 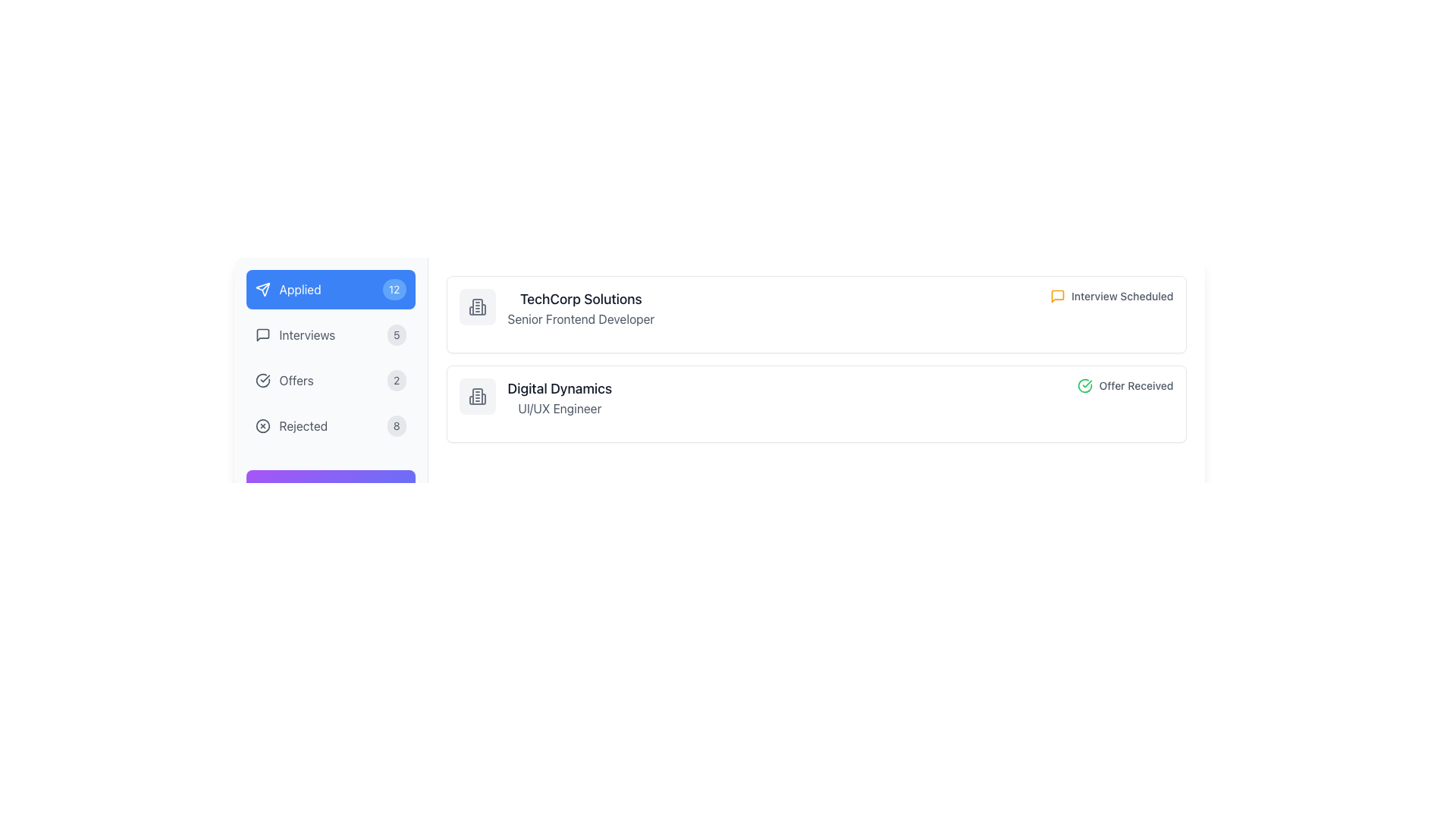 What do you see at coordinates (1057, 296) in the screenshot?
I see `the amber speech bubble icon indicating a communication function, located near 'TechCorp Solutions' under 'Interview Scheduled'` at bounding box center [1057, 296].